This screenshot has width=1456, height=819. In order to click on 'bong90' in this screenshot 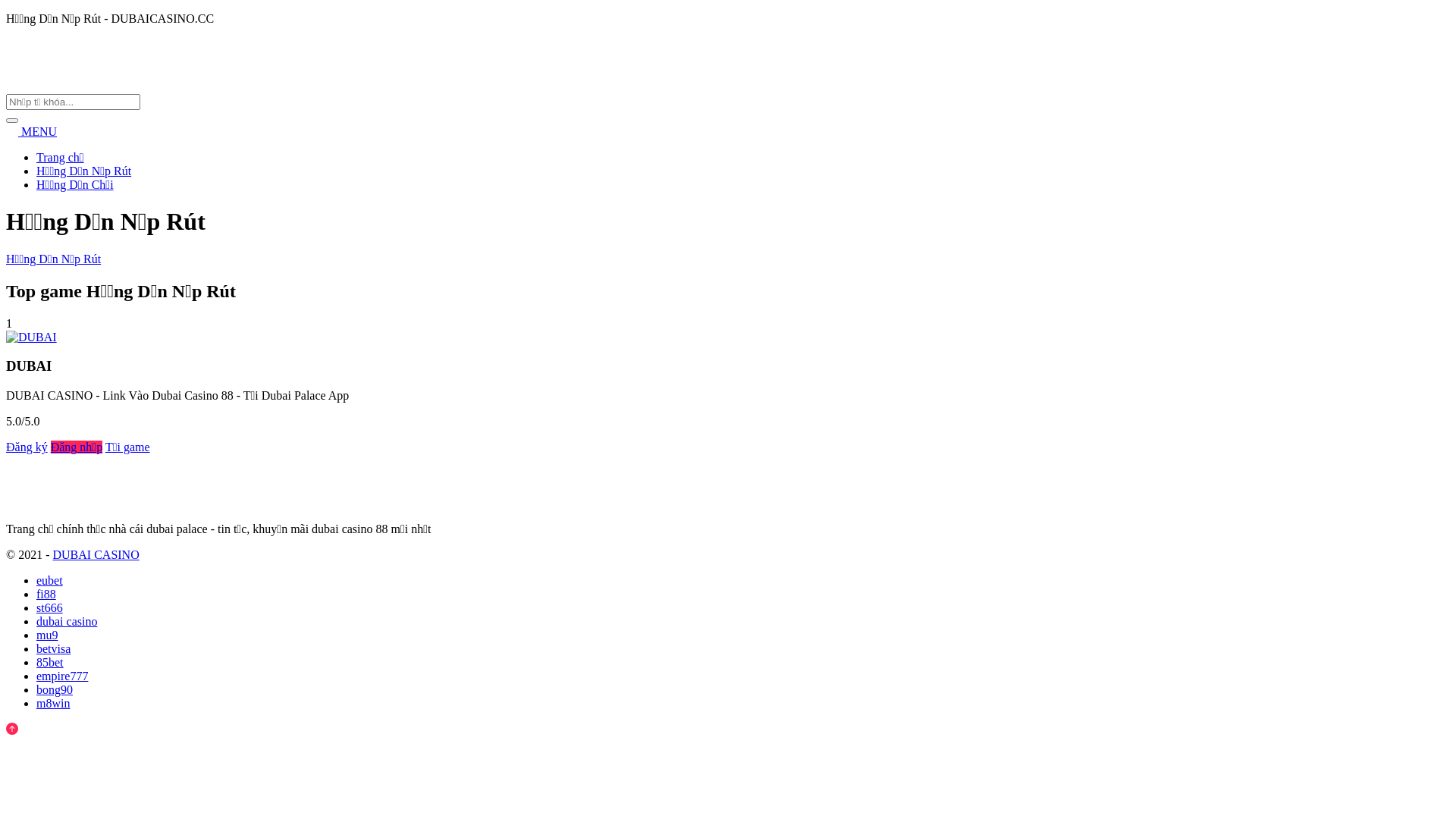, I will do `click(55, 689)`.